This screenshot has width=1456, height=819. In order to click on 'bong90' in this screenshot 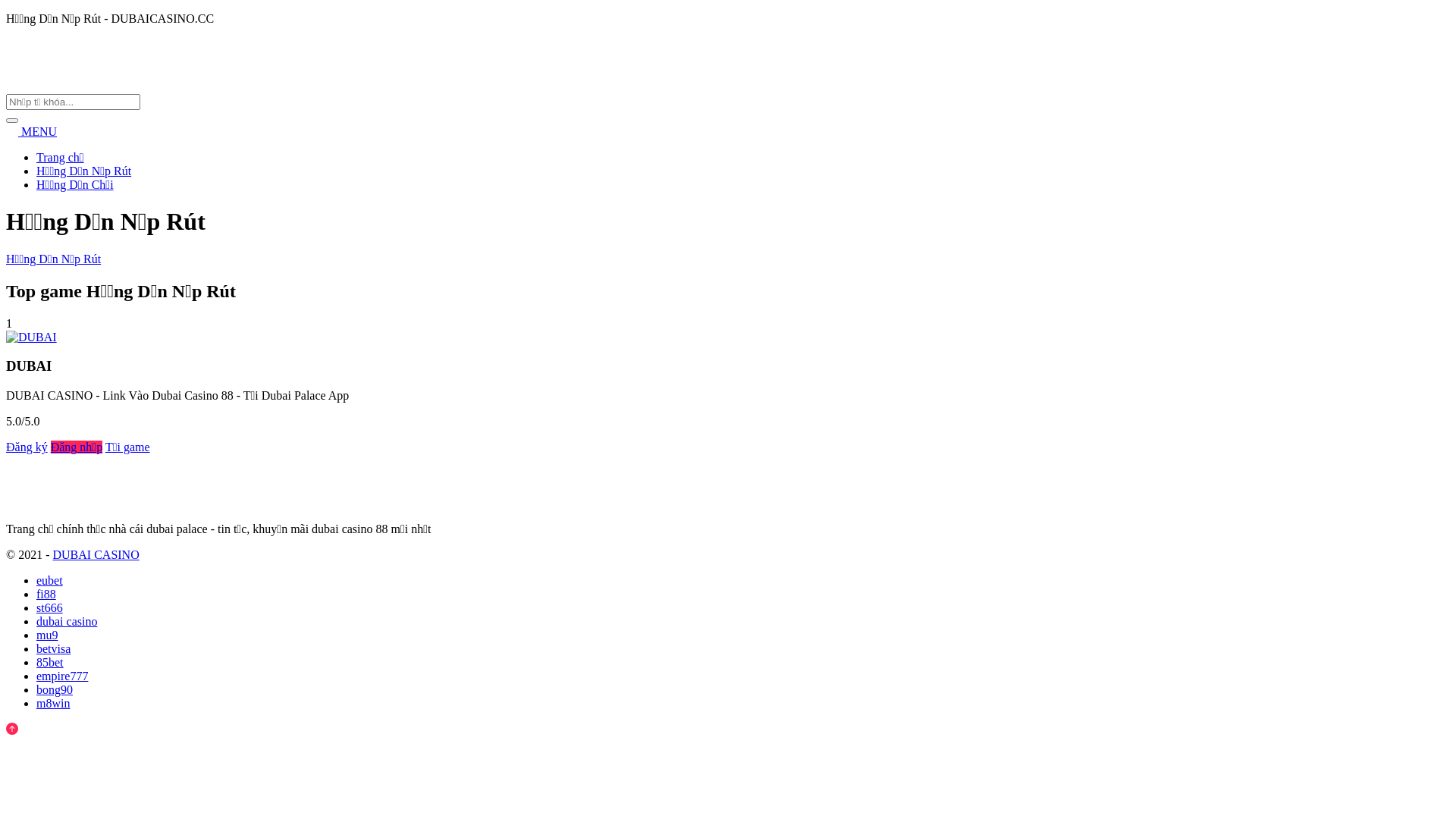, I will do `click(55, 689)`.